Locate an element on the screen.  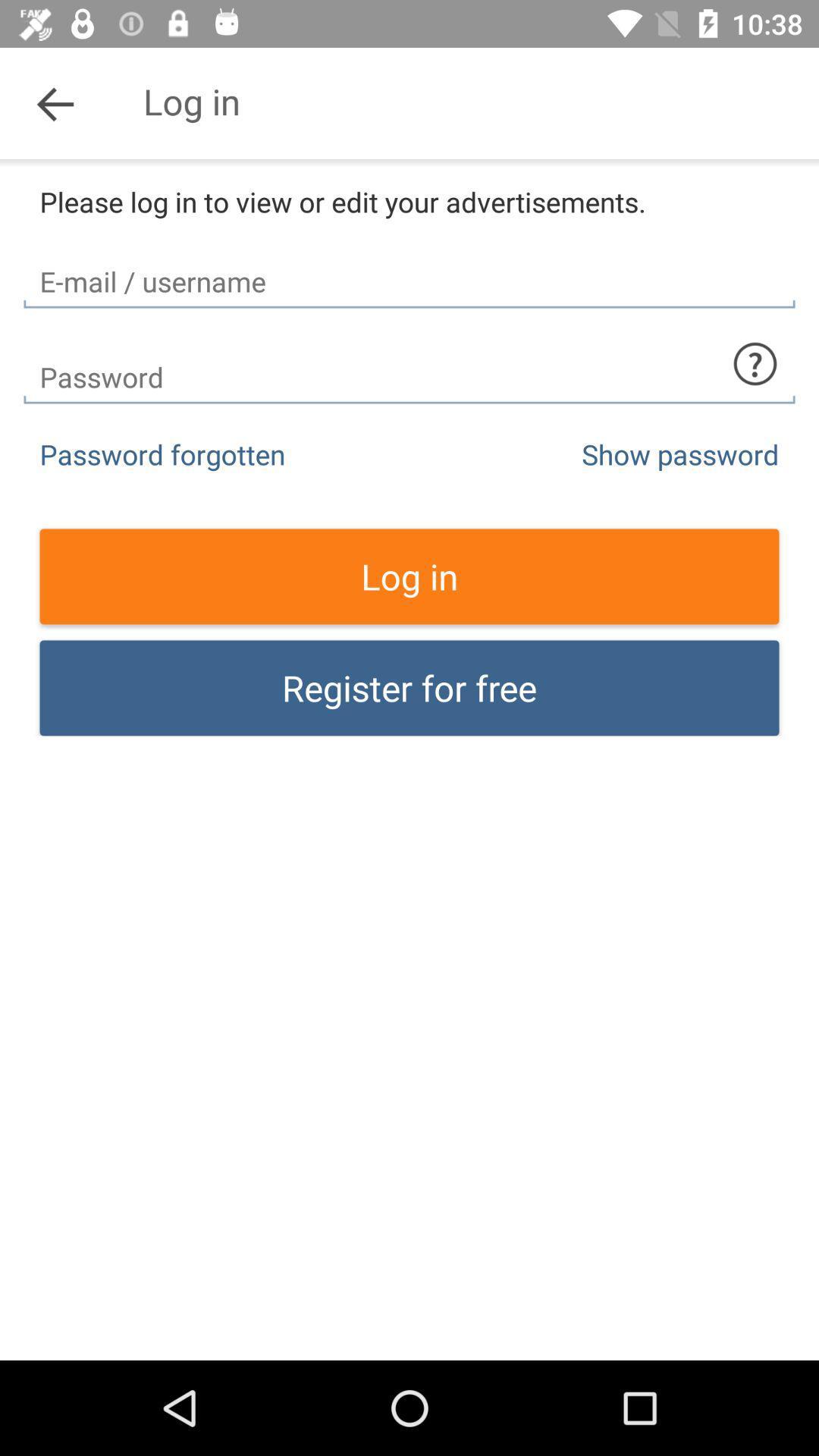
the icon next to the log in item is located at coordinates (55, 102).